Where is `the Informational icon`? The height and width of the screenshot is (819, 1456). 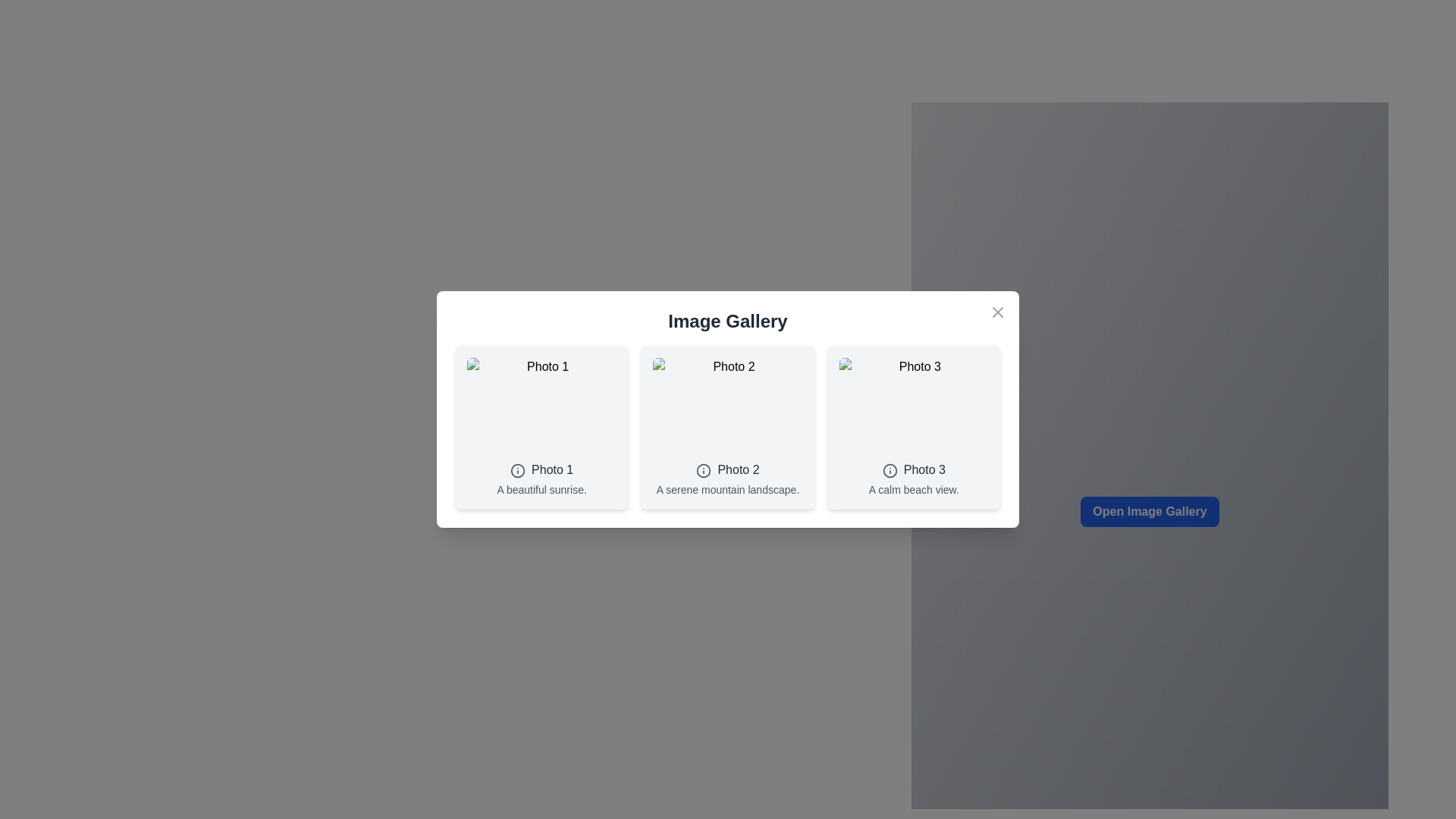 the Informational icon is located at coordinates (890, 469).